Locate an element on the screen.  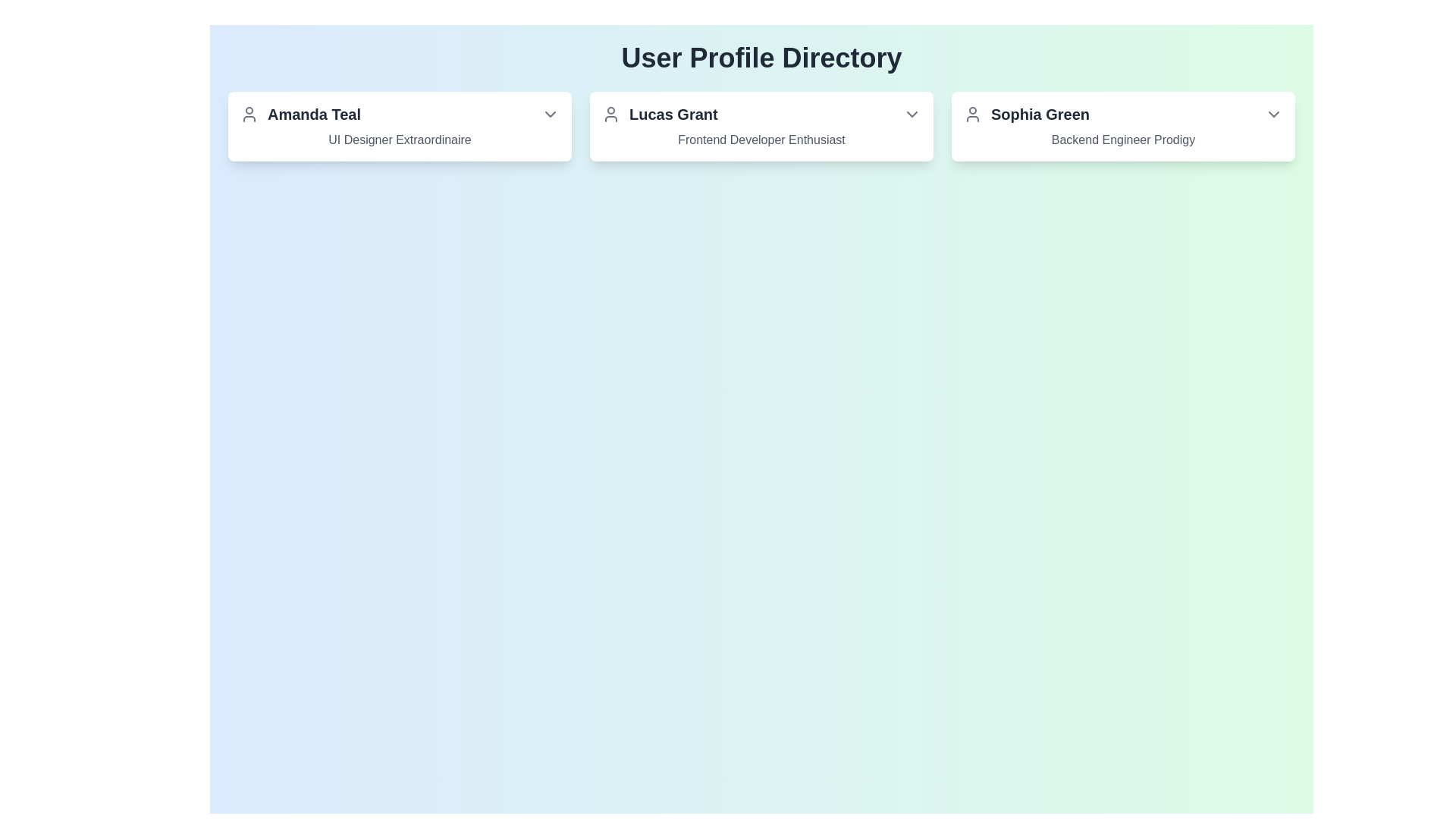
the dropdown arrow of the first informational card displaying user profile information located at the top-left position of the grid is located at coordinates (400, 125).